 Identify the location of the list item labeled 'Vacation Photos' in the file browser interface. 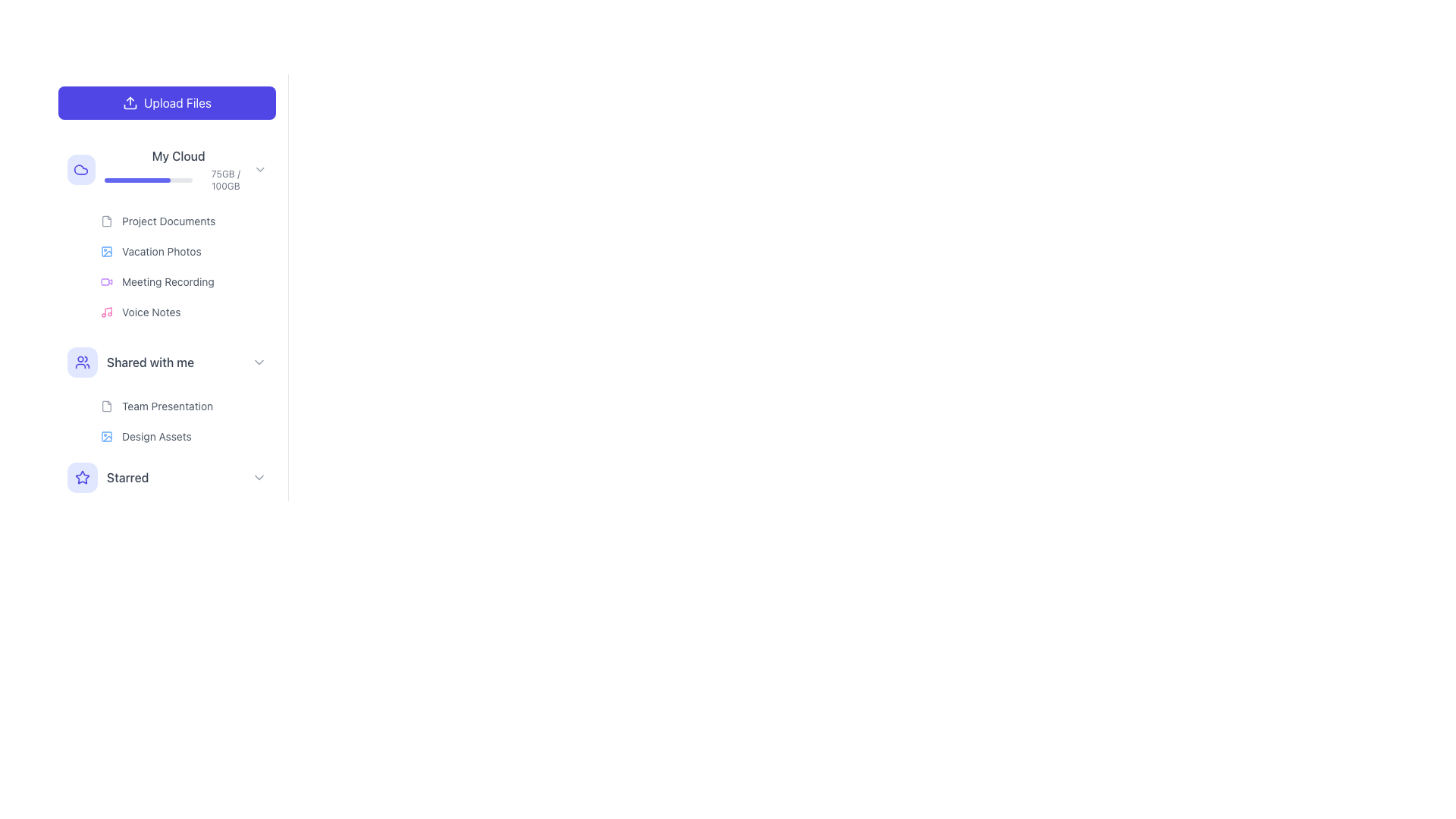
(184, 250).